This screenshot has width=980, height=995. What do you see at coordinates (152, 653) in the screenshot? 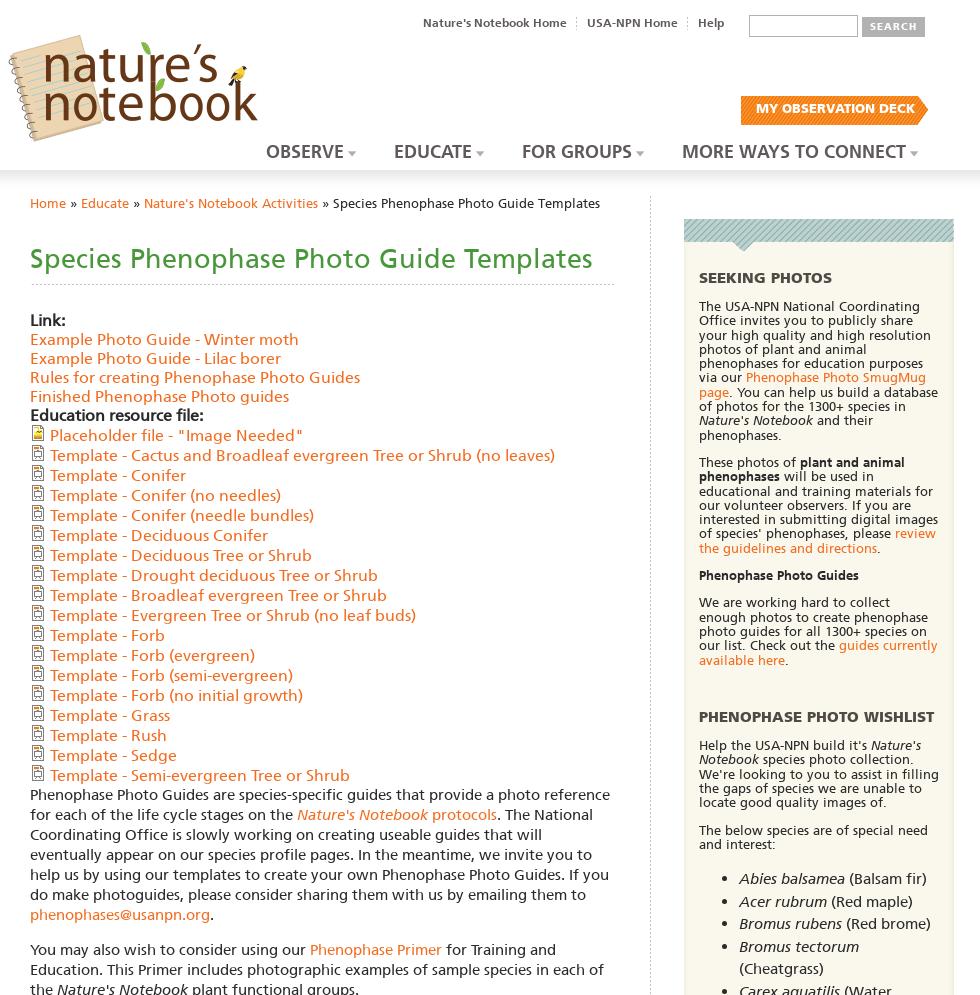
I see `'Template - Forb (evergreen)'` at bounding box center [152, 653].